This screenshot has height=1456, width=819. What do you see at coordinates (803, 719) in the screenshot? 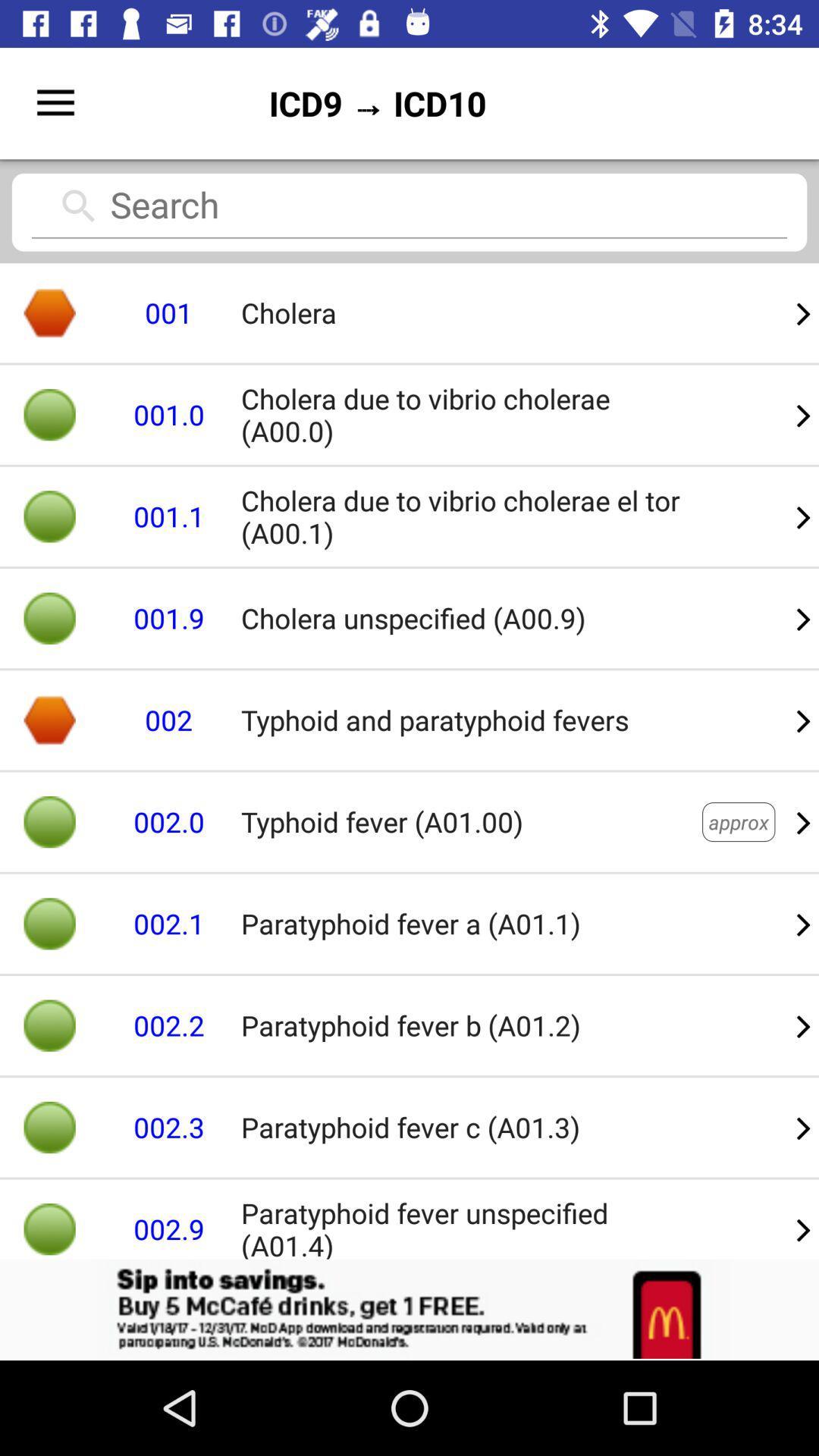
I see `the item to the right of cholera unspecified a00 icon` at bounding box center [803, 719].